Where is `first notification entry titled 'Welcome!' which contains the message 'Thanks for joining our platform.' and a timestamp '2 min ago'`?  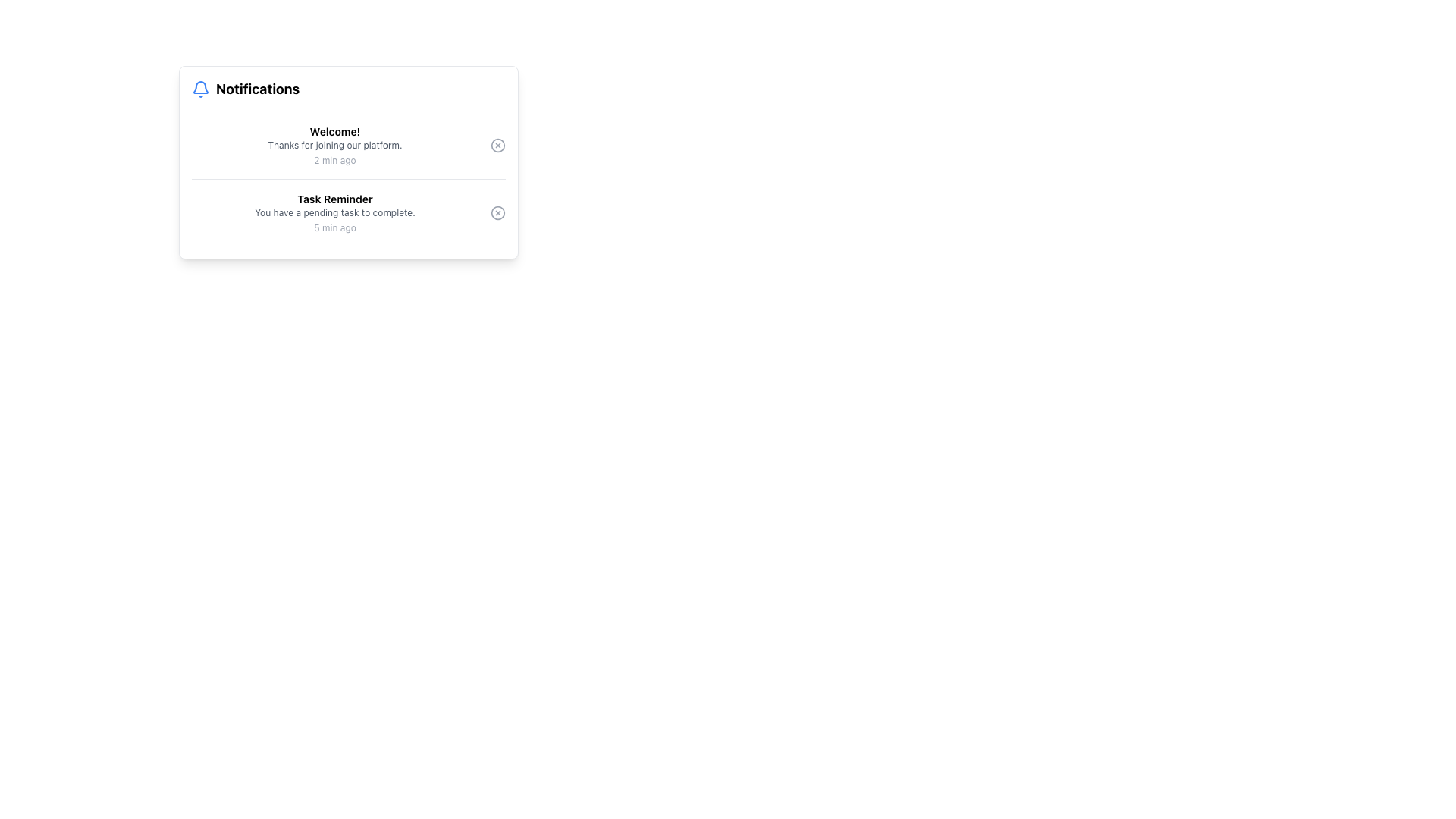 first notification entry titled 'Welcome!' which contains the message 'Thanks for joining our platform.' and a timestamp '2 min ago' is located at coordinates (348, 146).